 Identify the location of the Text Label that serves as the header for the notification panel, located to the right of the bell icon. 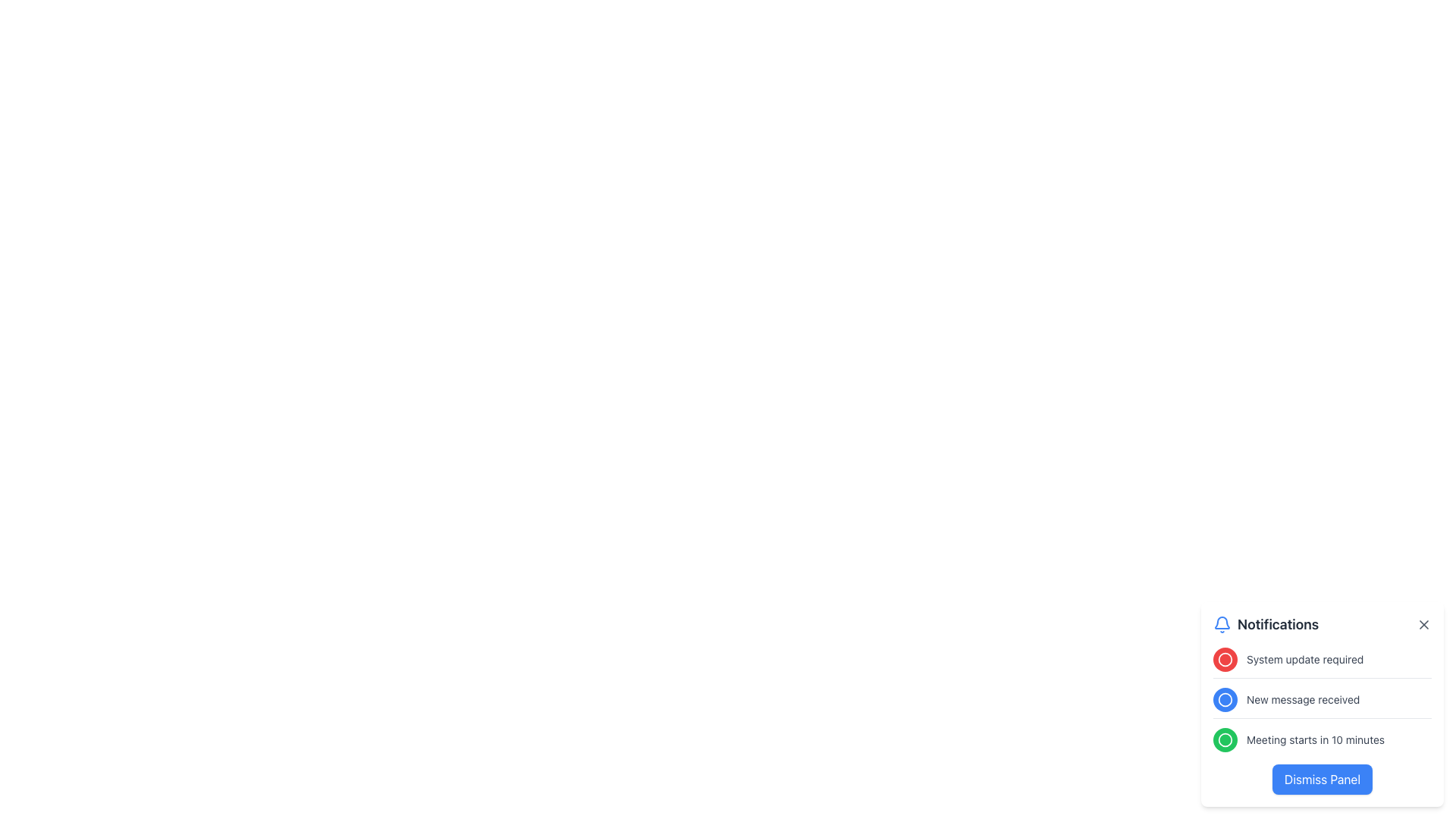
(1277, 625).